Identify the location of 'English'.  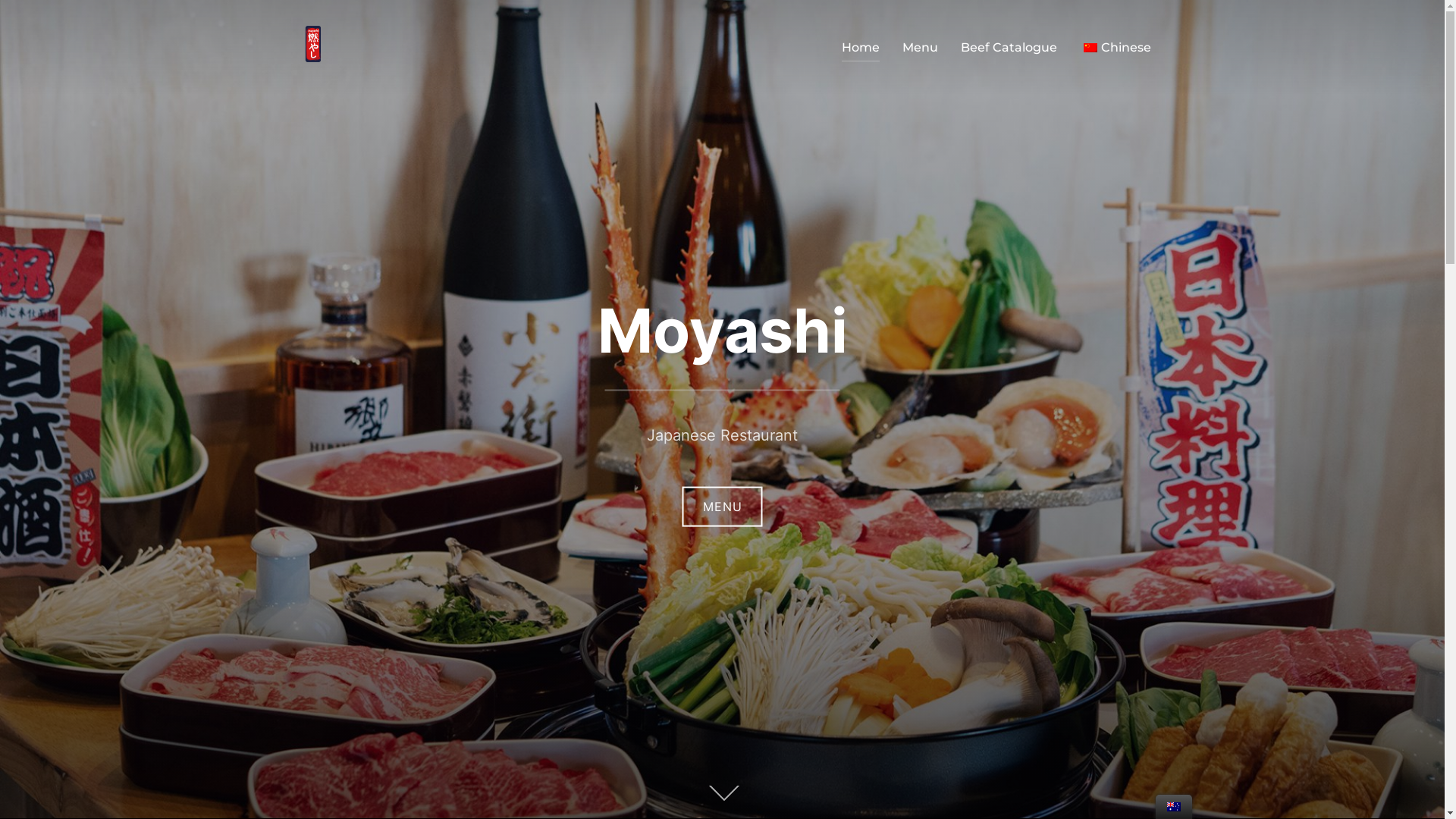
(1172, 806).